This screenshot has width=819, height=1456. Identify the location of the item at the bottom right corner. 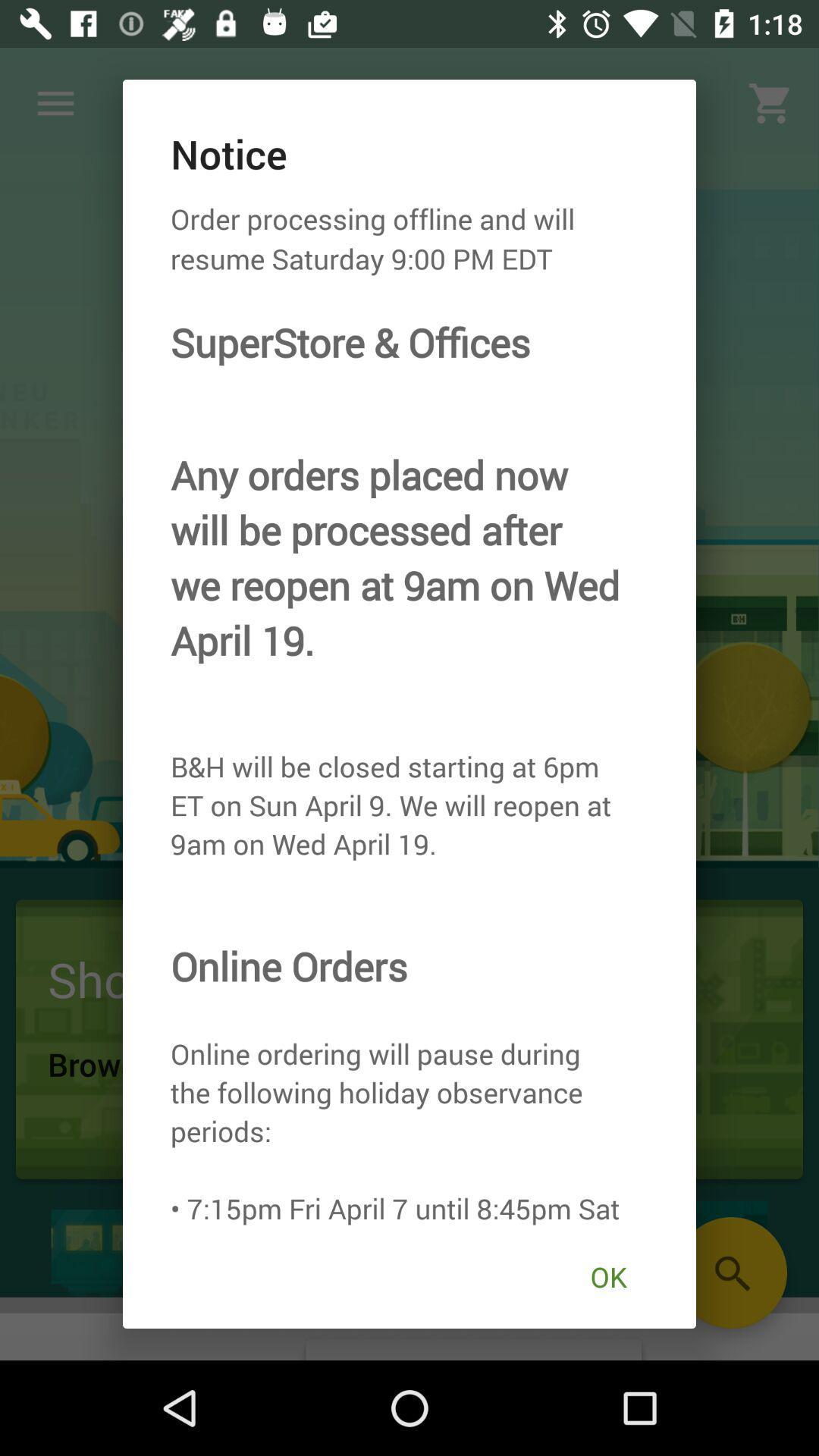
(607, 1276).